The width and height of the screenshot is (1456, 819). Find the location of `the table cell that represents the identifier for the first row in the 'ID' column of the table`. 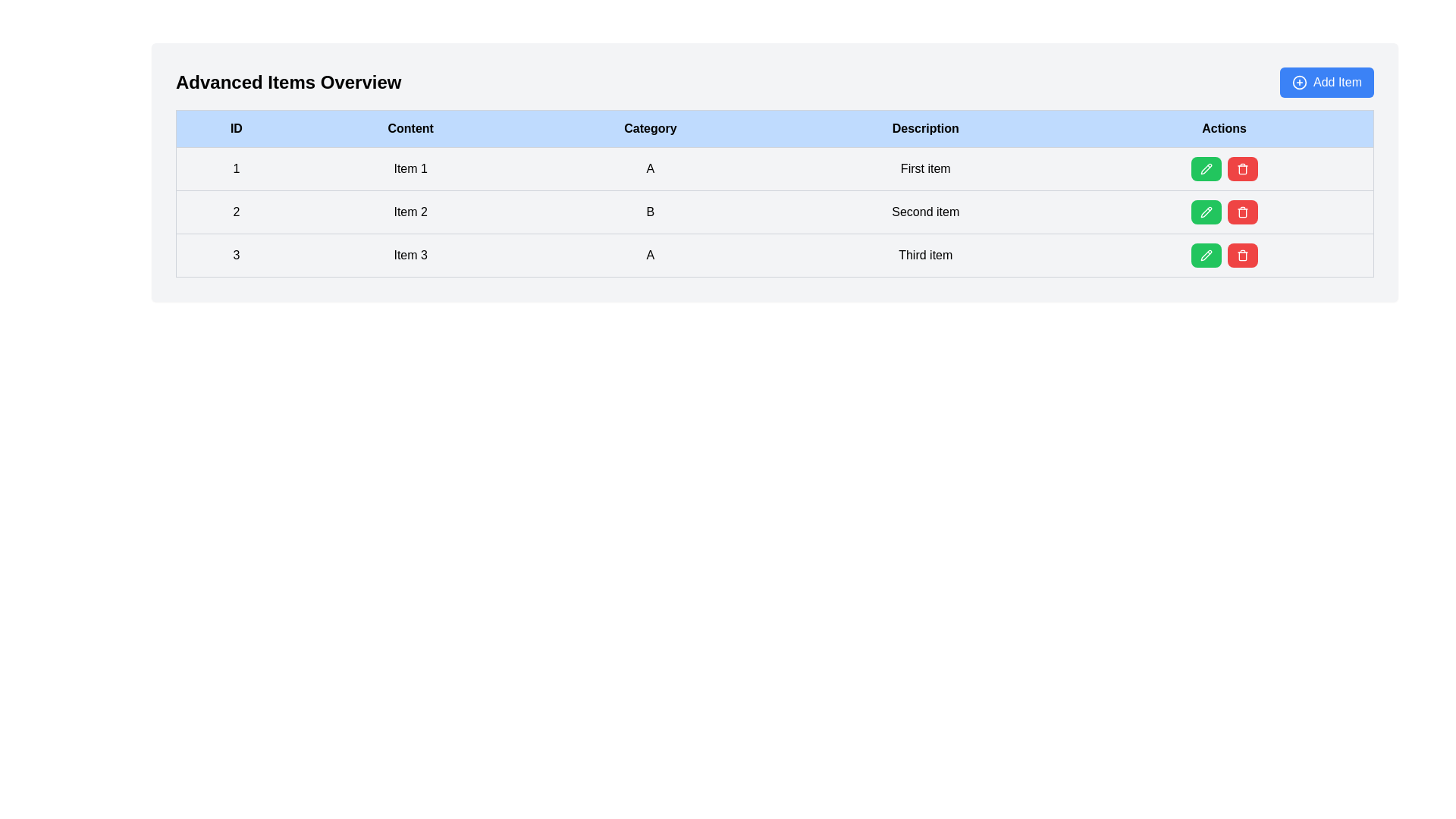

the table cell that represents the identifier for the first row in the 'ID' column of the table is located at coordinates (235, 169).